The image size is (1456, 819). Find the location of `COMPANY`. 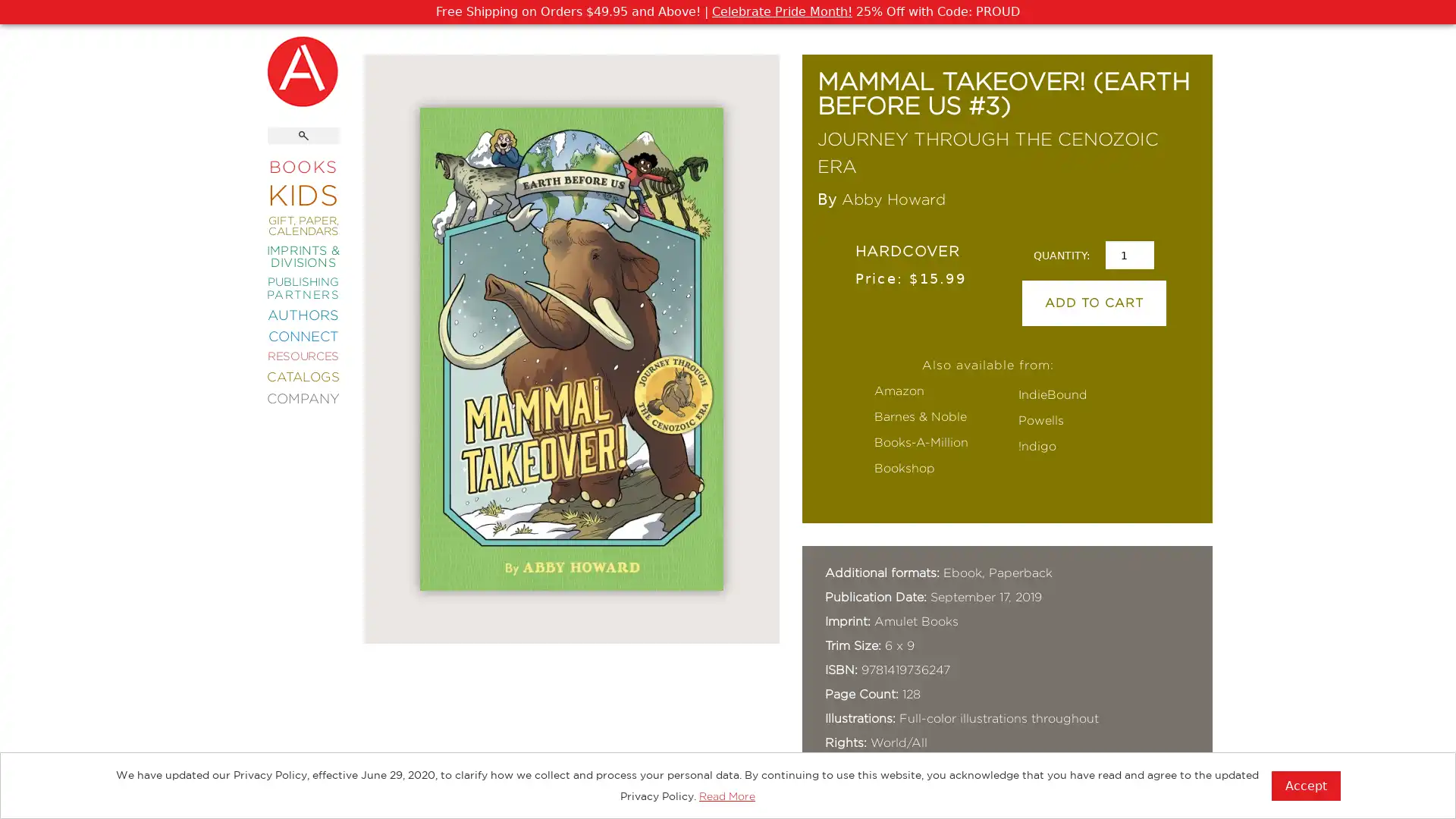

COMPANY is located at coordinates (303, 397).